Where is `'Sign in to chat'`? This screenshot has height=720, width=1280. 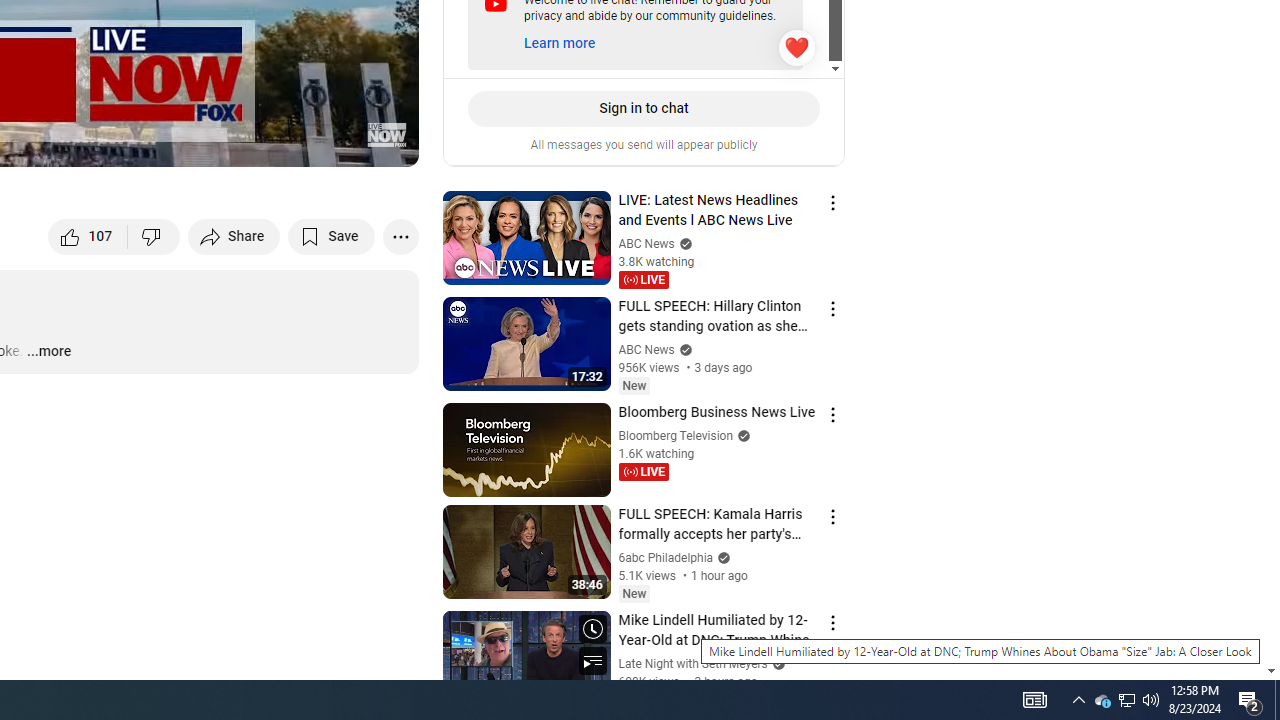
'Sign in to chat' is located at coordinates (643, 108).